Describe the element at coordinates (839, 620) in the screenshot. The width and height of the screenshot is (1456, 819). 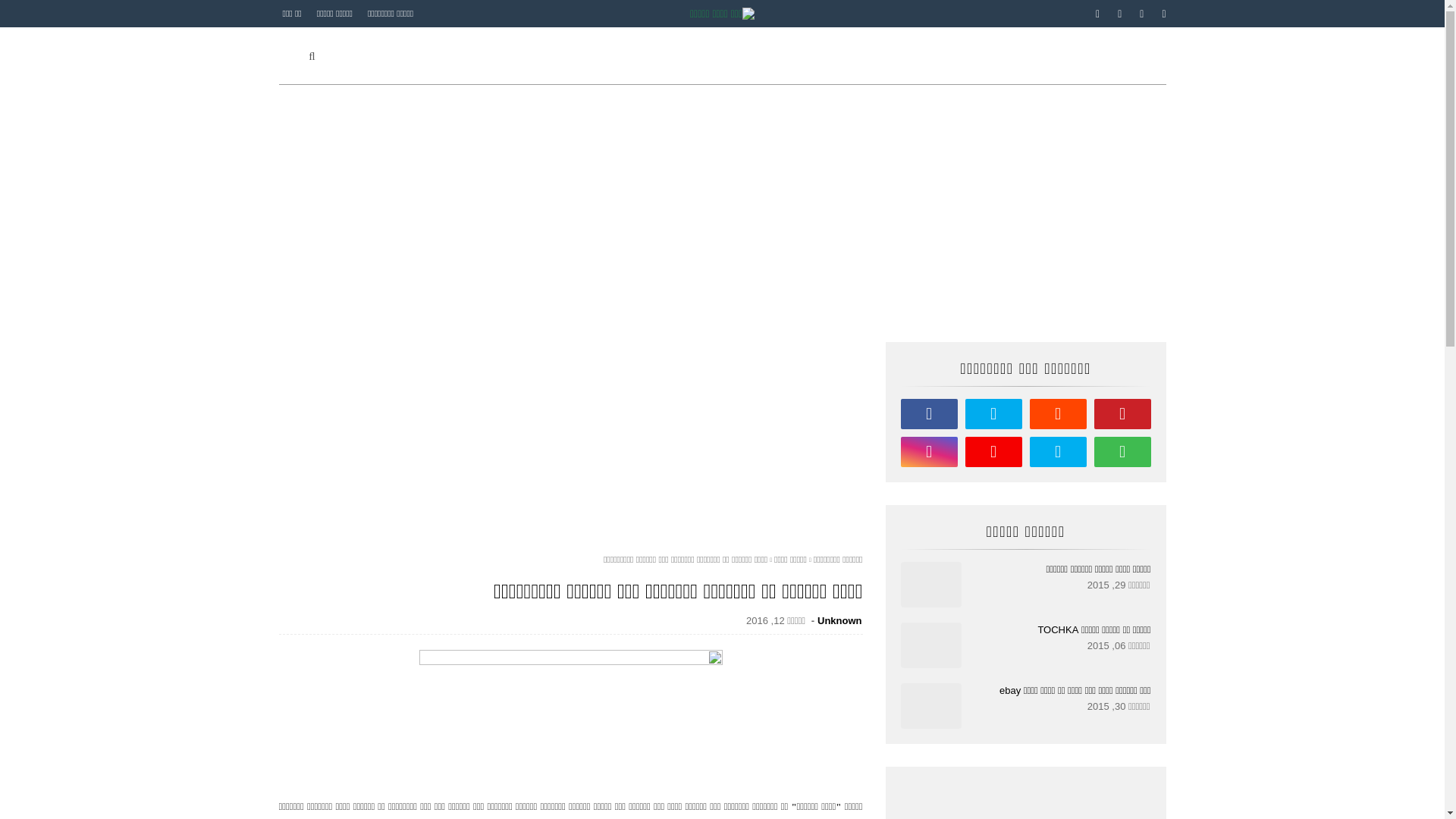
I see `'Unknown'` at that location.